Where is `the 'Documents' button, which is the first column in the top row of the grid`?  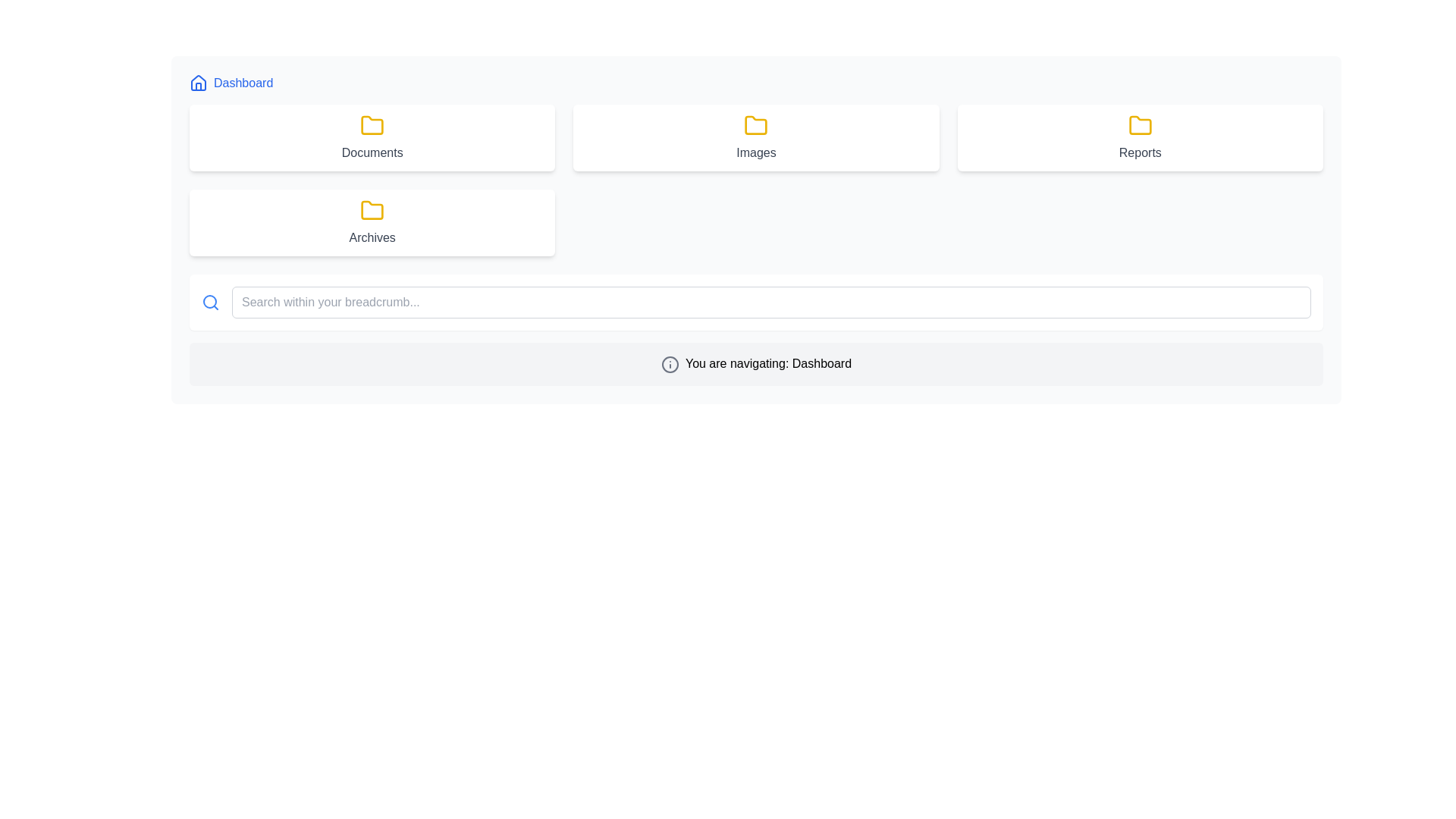
the 'Documents' button, which is the first column in the top row of the grid is located at coordinates (372, 137).